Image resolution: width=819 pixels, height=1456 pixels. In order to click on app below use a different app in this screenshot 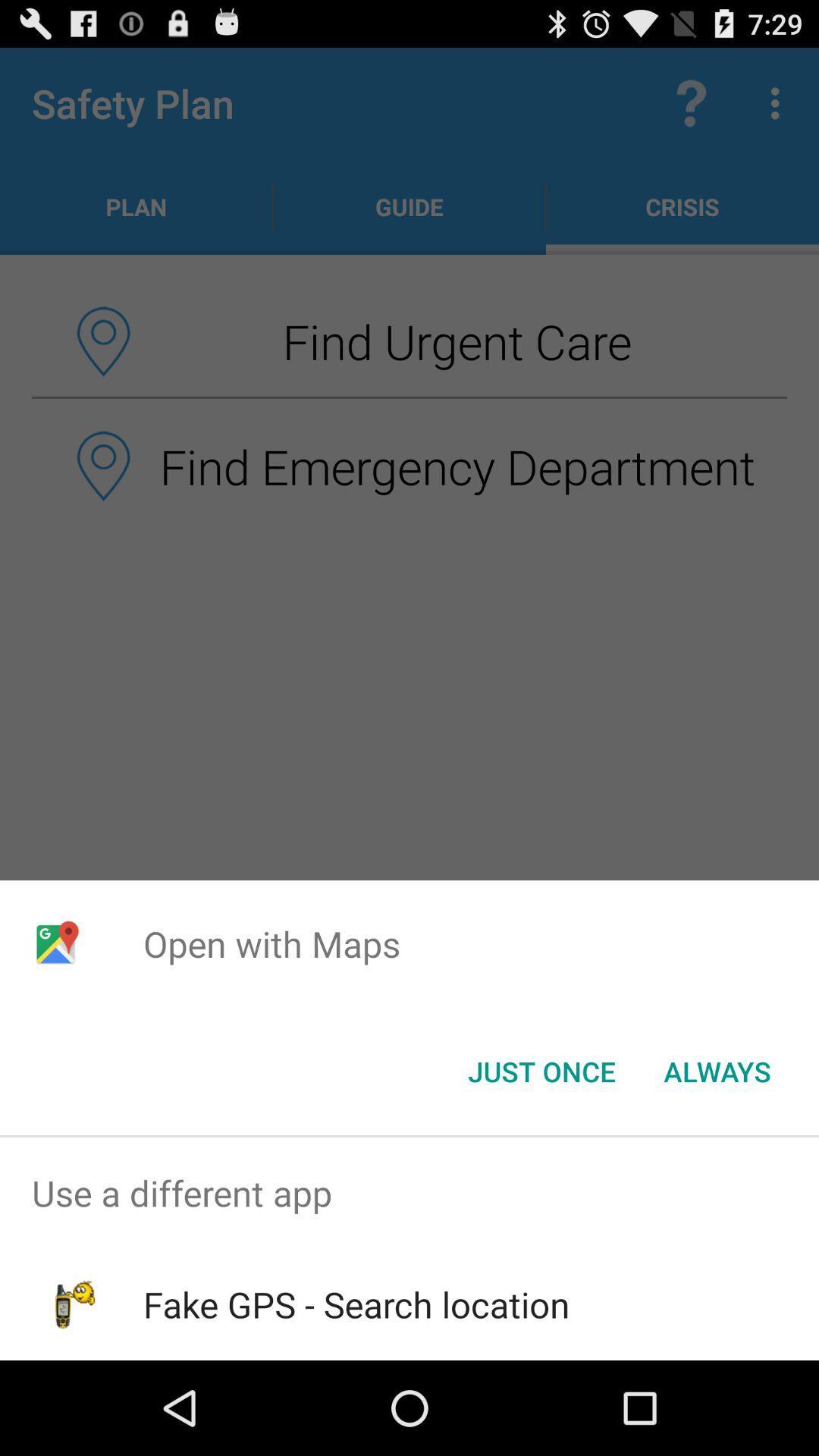, I will do `click(356, 1304)`.